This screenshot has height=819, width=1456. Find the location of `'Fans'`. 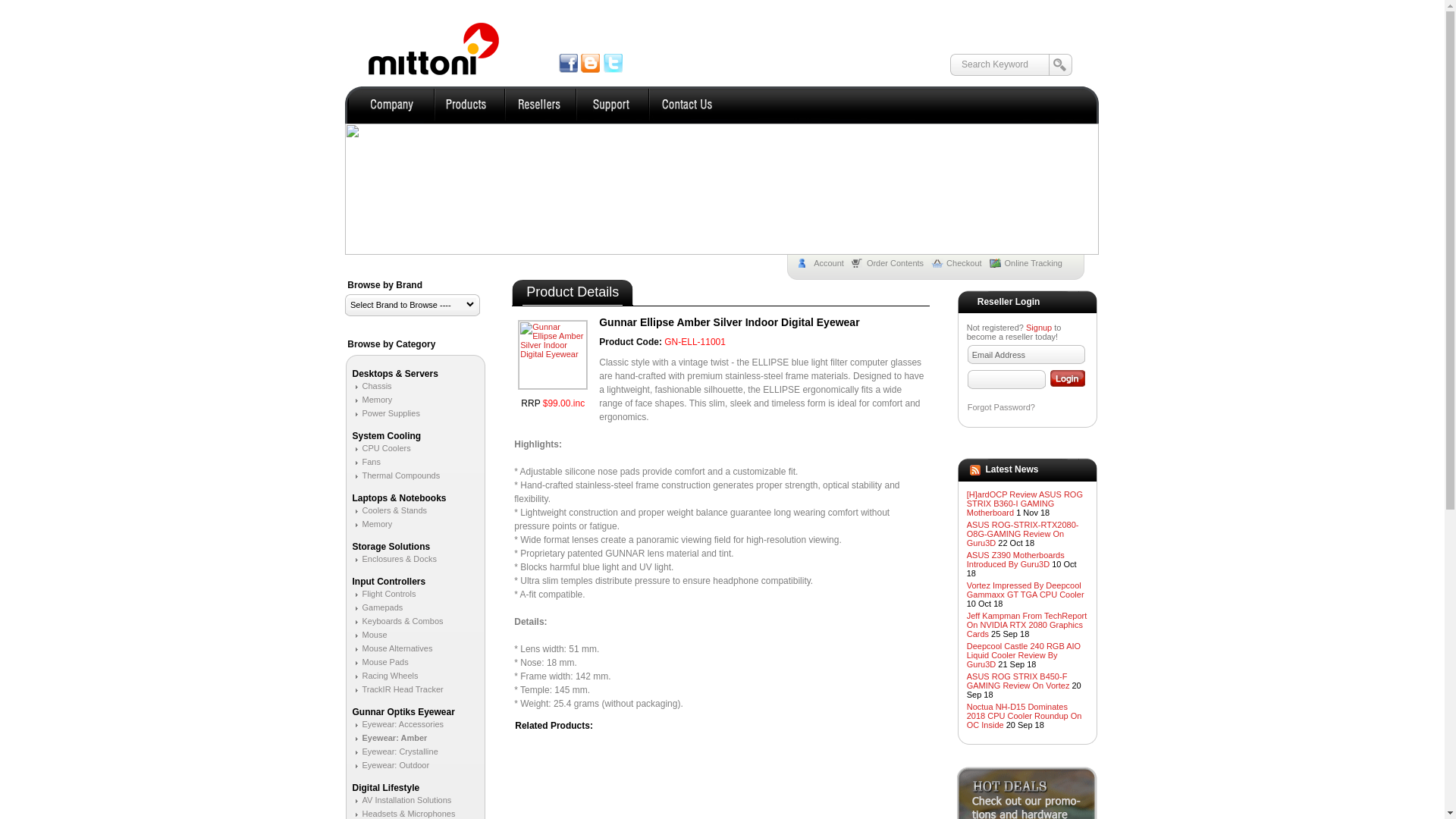

'Fans' is located at coordinates (366, 461).